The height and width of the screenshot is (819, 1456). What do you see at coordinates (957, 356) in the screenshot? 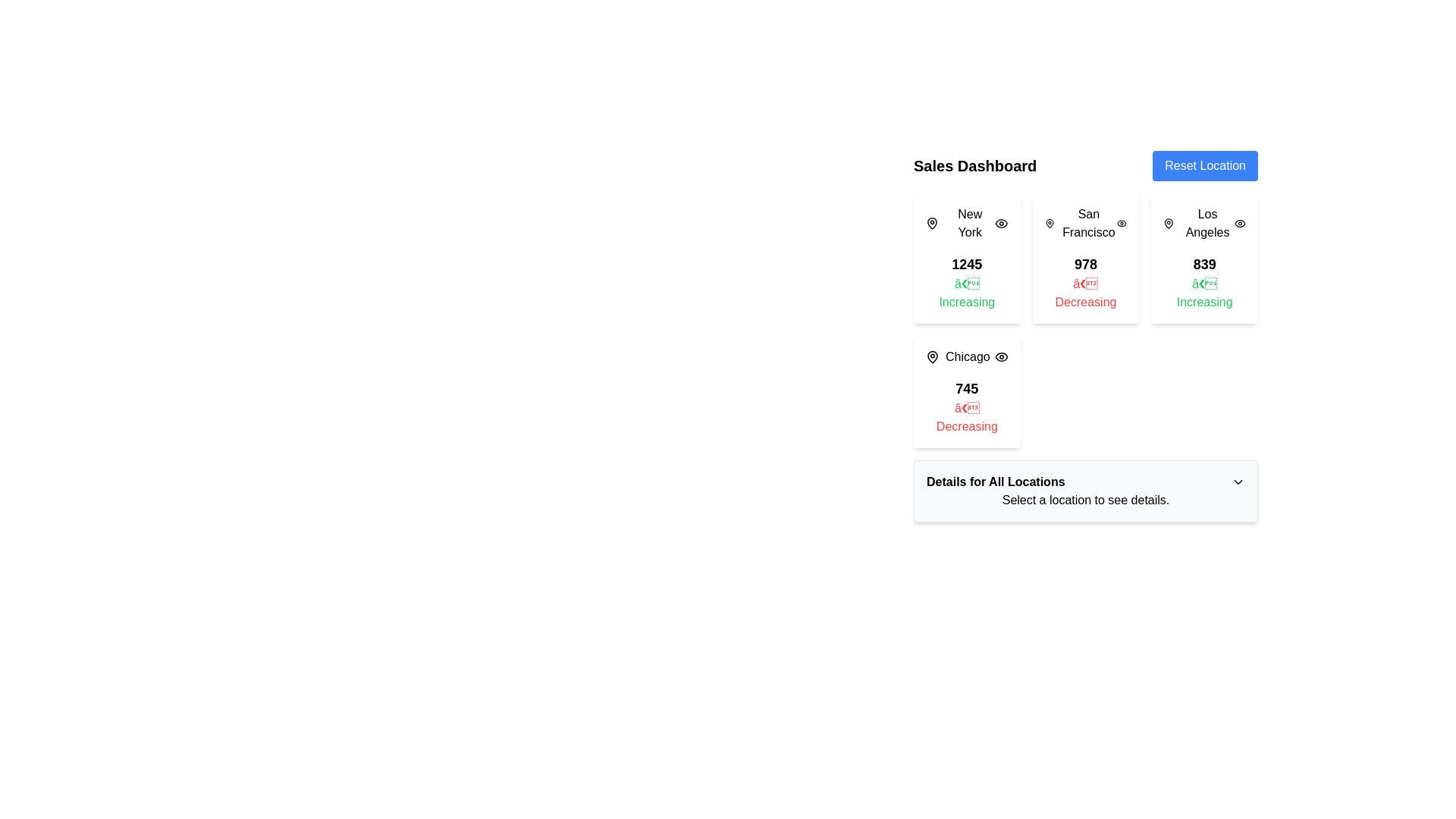
I see `the 'Chicago' text and map pin icon element` at bounding box center [957, 356].